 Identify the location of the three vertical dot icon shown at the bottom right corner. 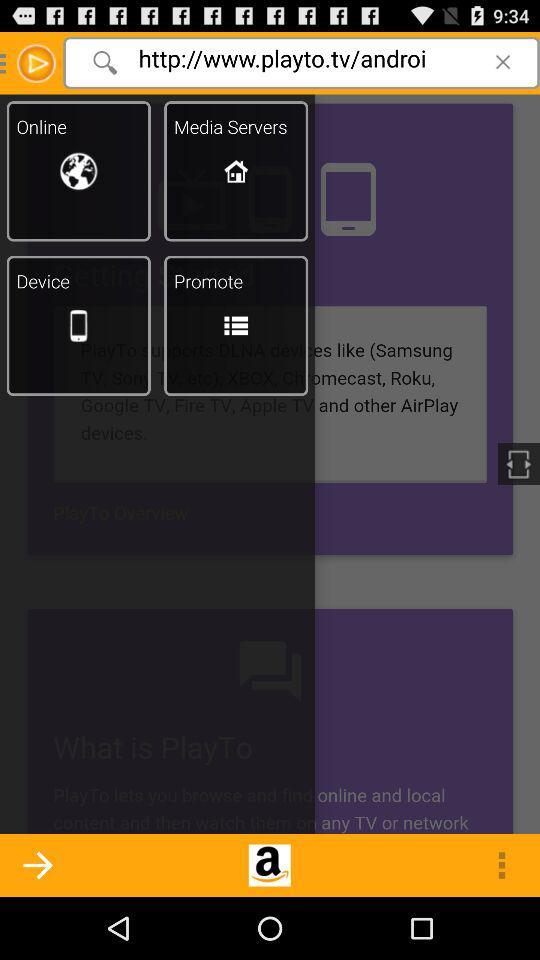
(500, 864).